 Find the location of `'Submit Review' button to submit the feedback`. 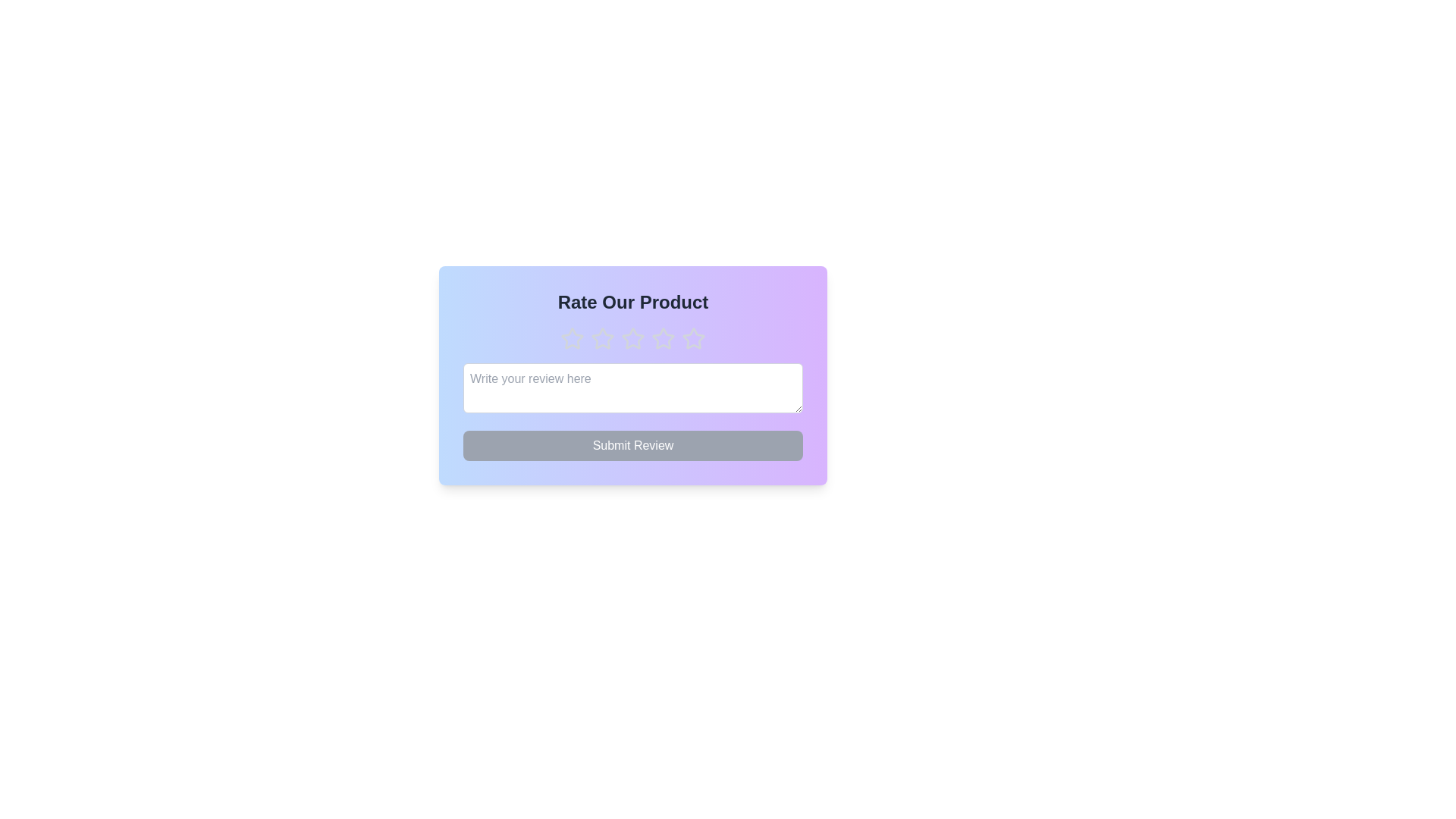

'Submit Review' button to submit the feedback is located at coordinates (633, 444).